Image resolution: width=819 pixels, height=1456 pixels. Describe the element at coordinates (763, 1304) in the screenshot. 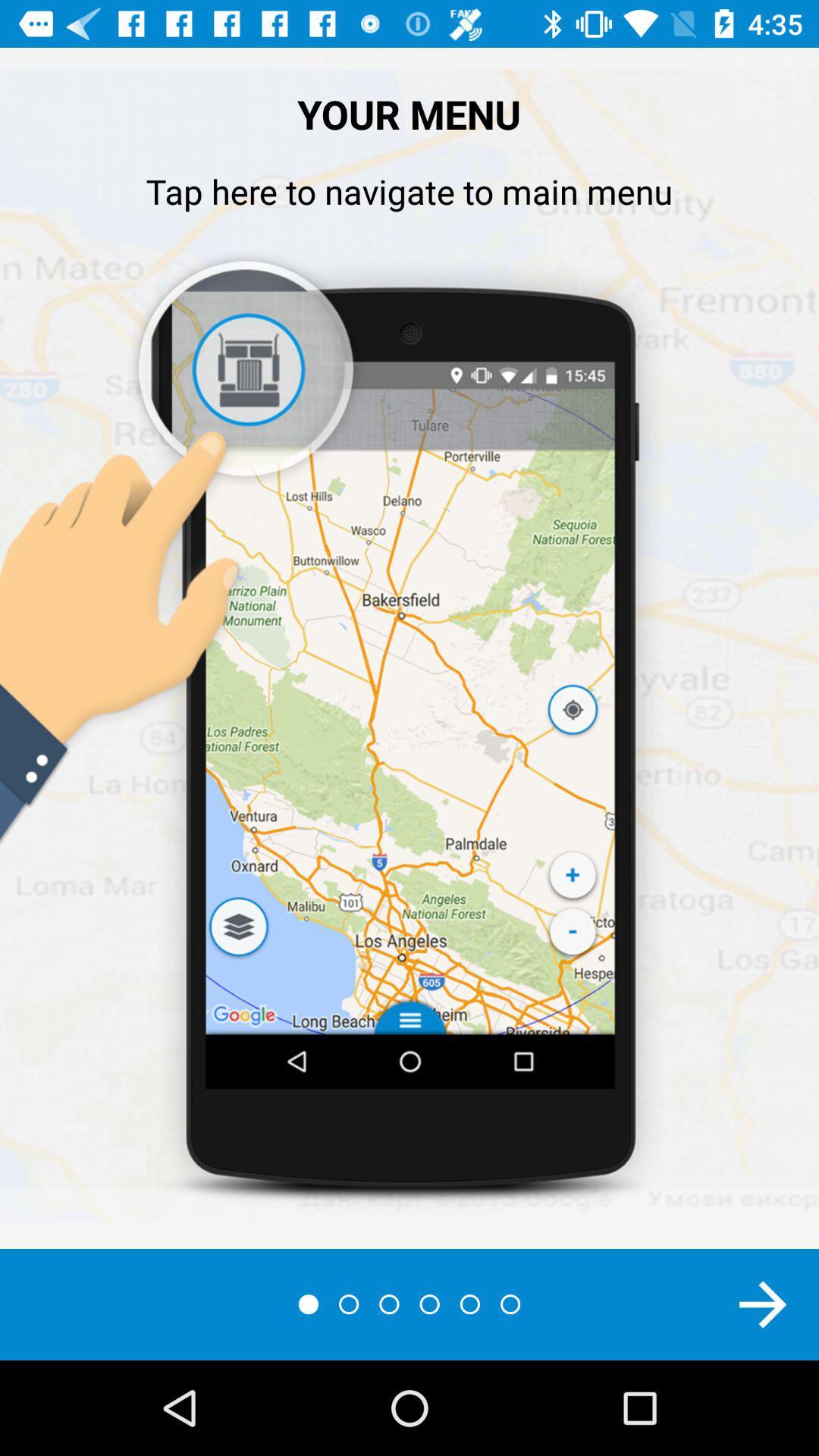

I see `the arrow_forward icon` at that location.